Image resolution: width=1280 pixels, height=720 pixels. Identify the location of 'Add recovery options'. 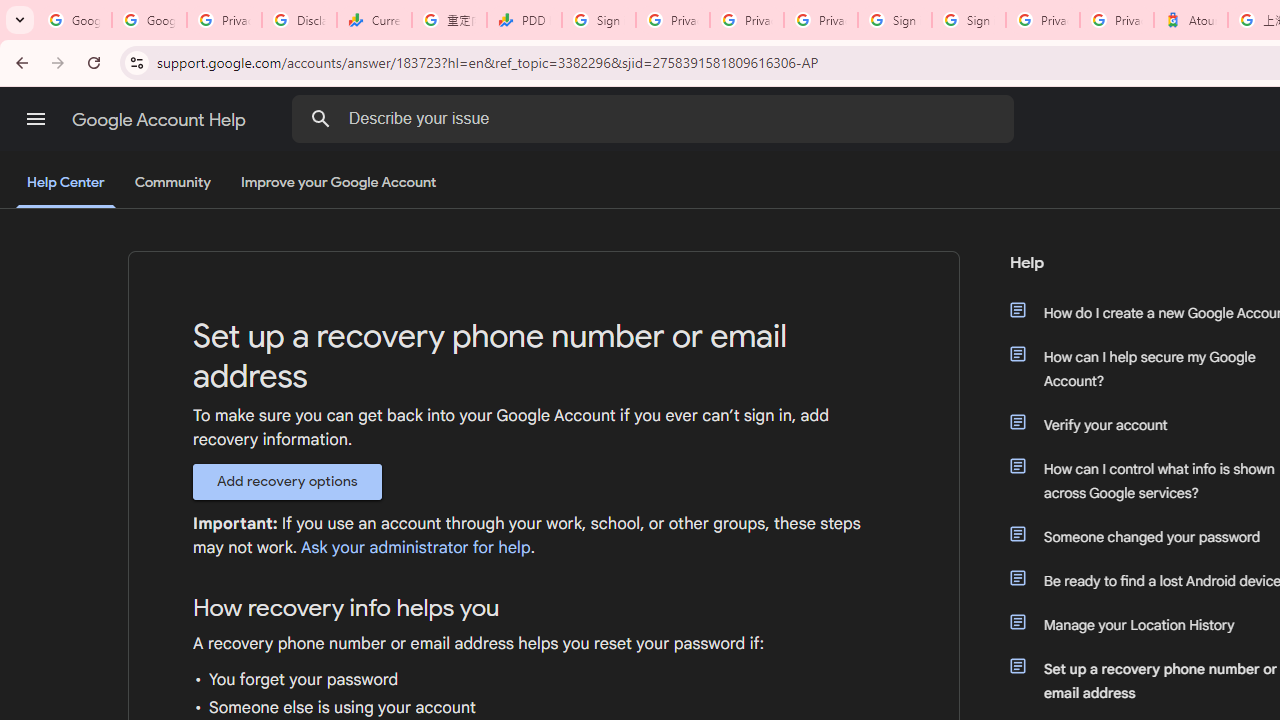
(286, 481).